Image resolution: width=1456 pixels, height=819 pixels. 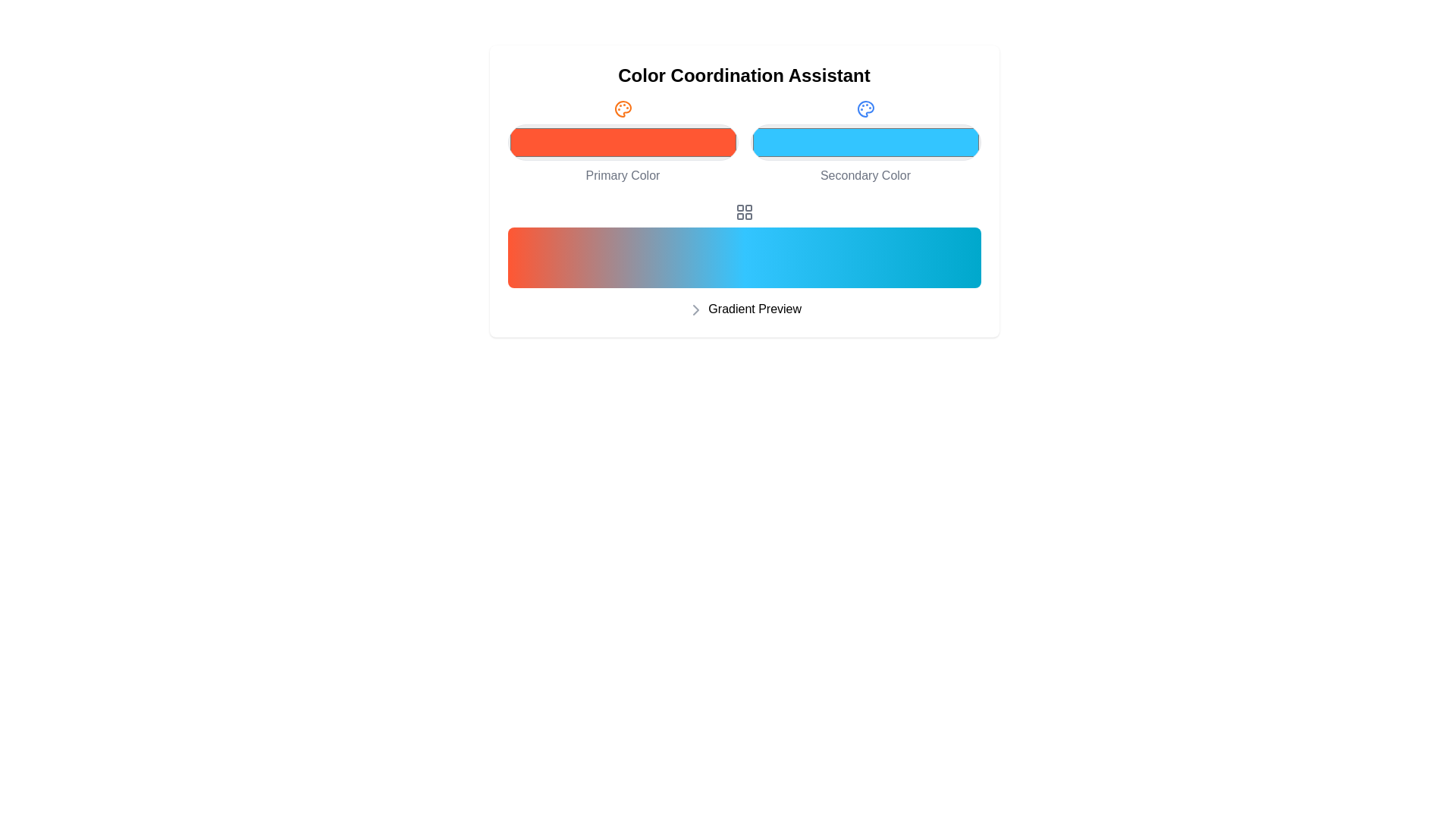 I want to click on the Display preview area which shows the gradient generated based on selected primary and secondary colors, located centrally in the lower region of the 'Color Coordination Assistant' section, so click(x=744, y=260).